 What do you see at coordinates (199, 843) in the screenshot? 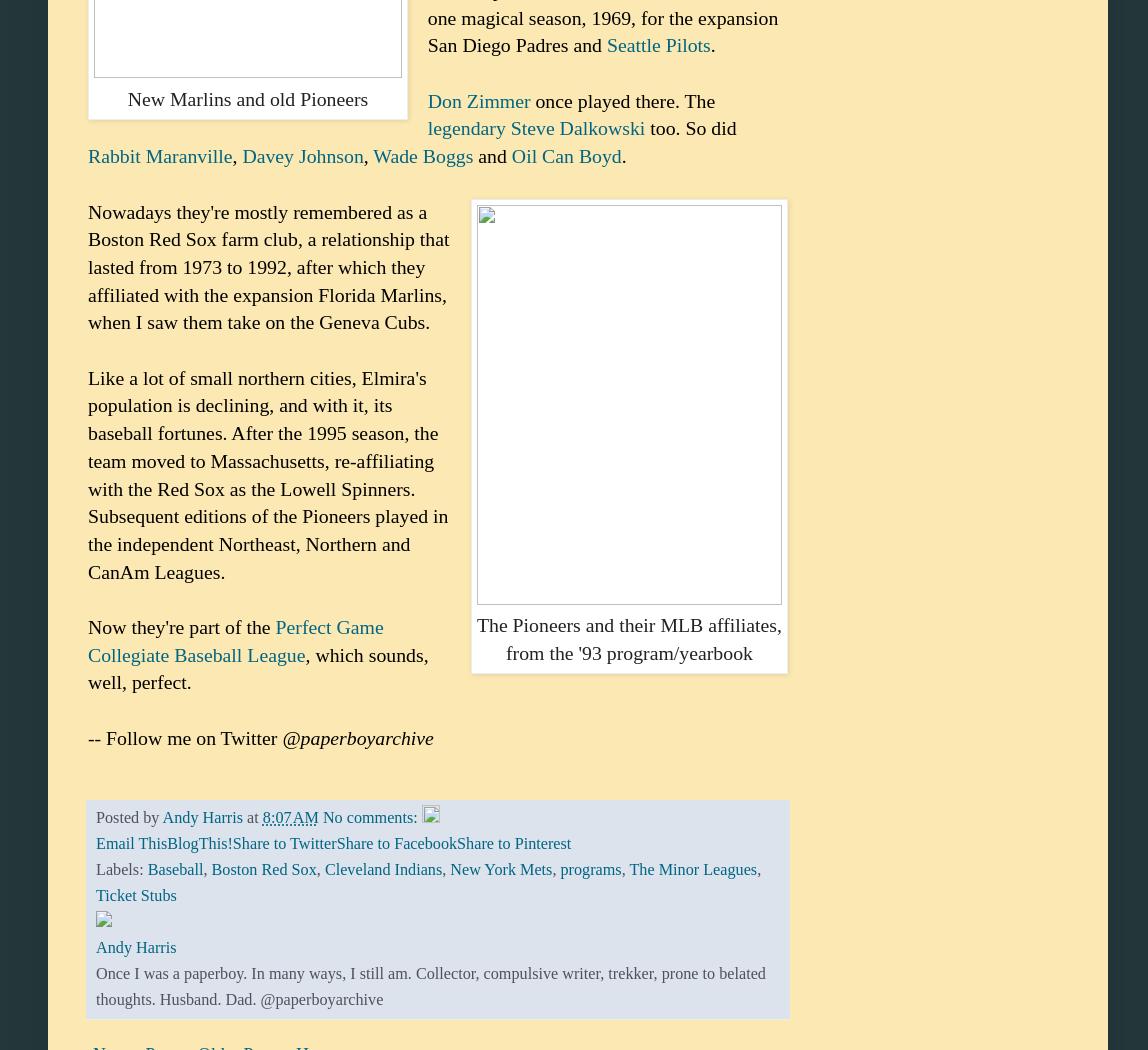
I see `'BlogThis!'` at bounding box center [199, 843].